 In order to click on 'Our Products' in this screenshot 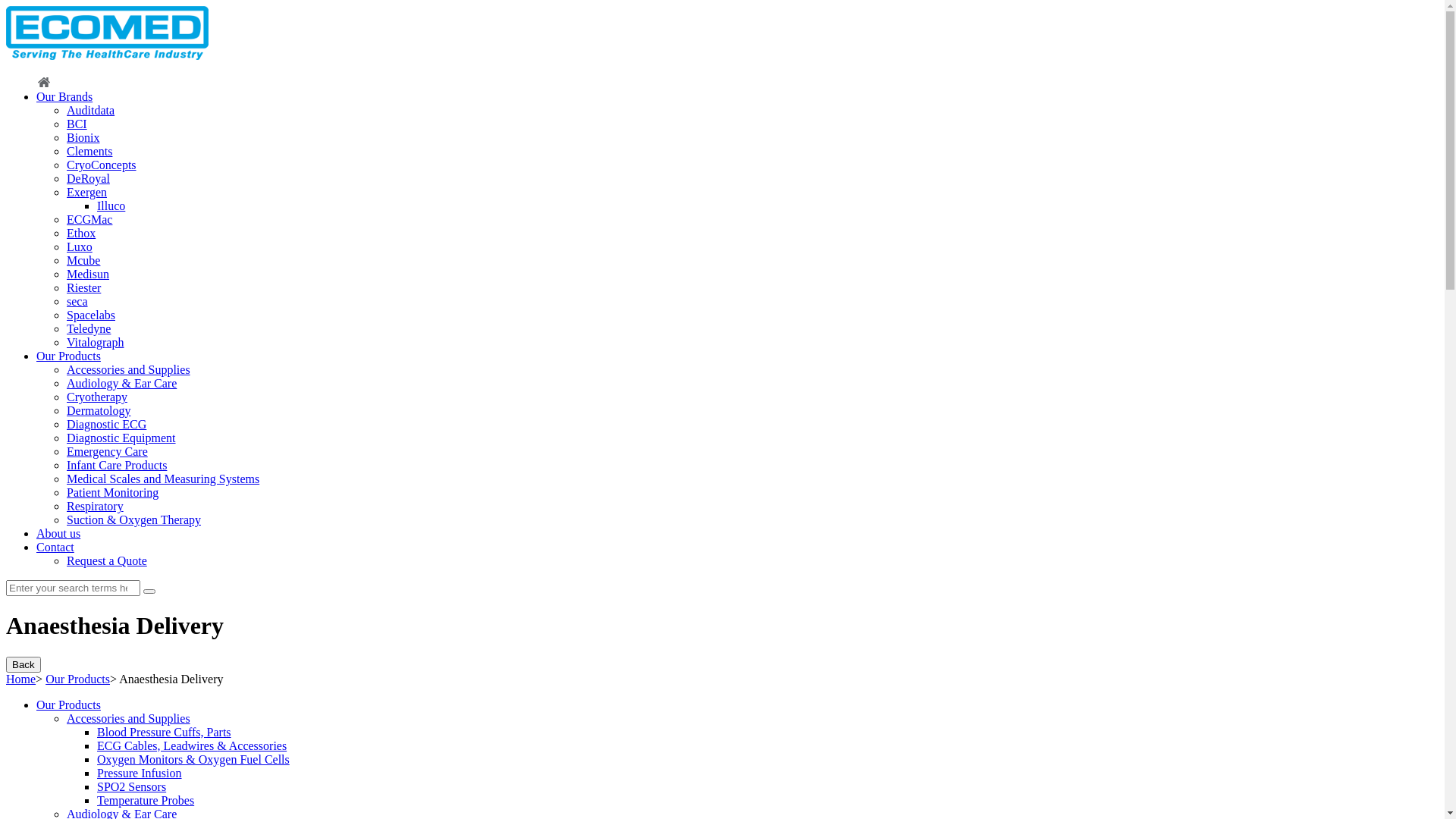, I will do `click(67, 704)`.